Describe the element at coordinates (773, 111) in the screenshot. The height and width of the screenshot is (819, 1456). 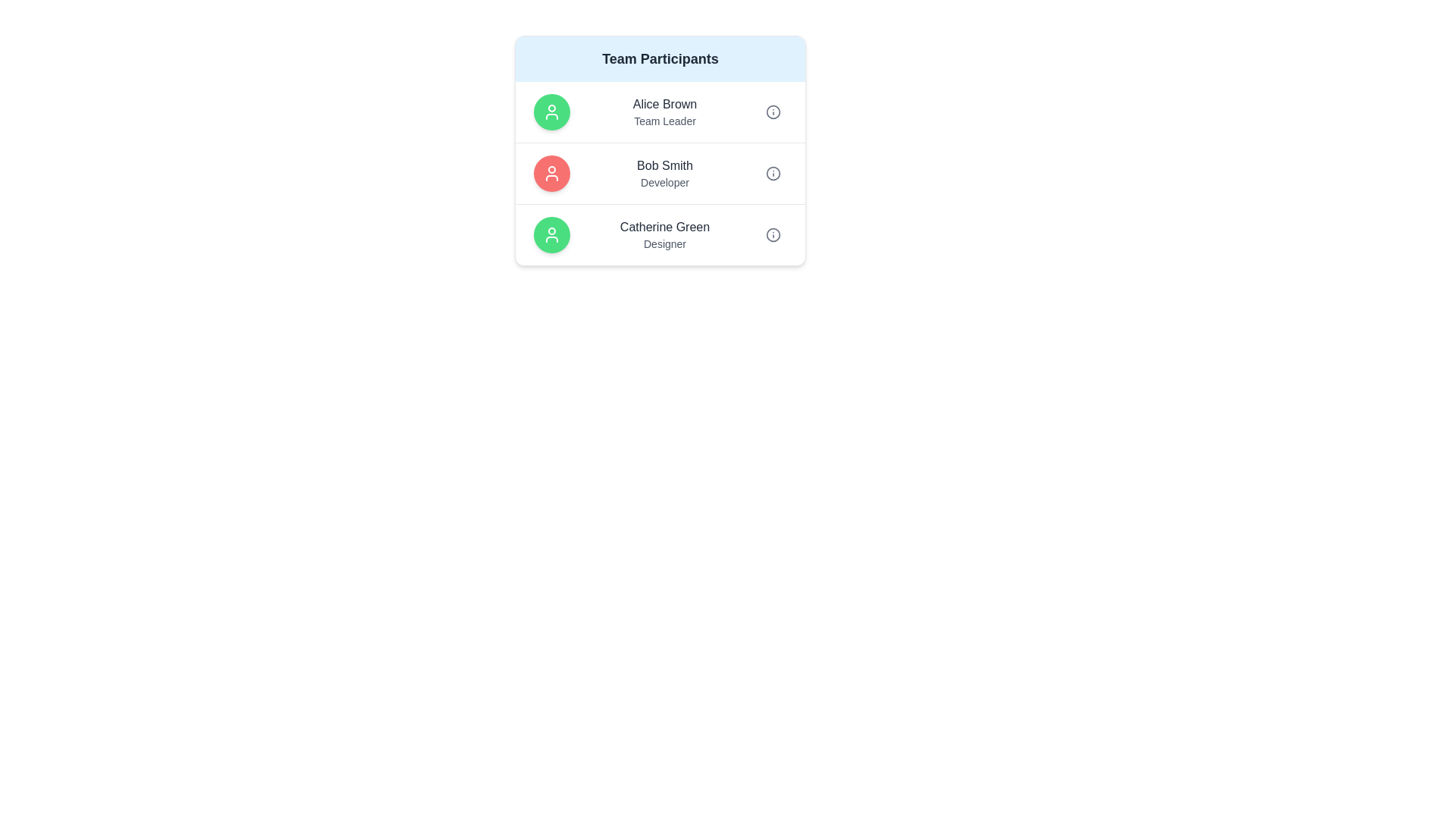
I see `the circular information button with a gray border and 'i' symbol located to the right of 'Alice Brown' and 'Team Leader'` at that location.